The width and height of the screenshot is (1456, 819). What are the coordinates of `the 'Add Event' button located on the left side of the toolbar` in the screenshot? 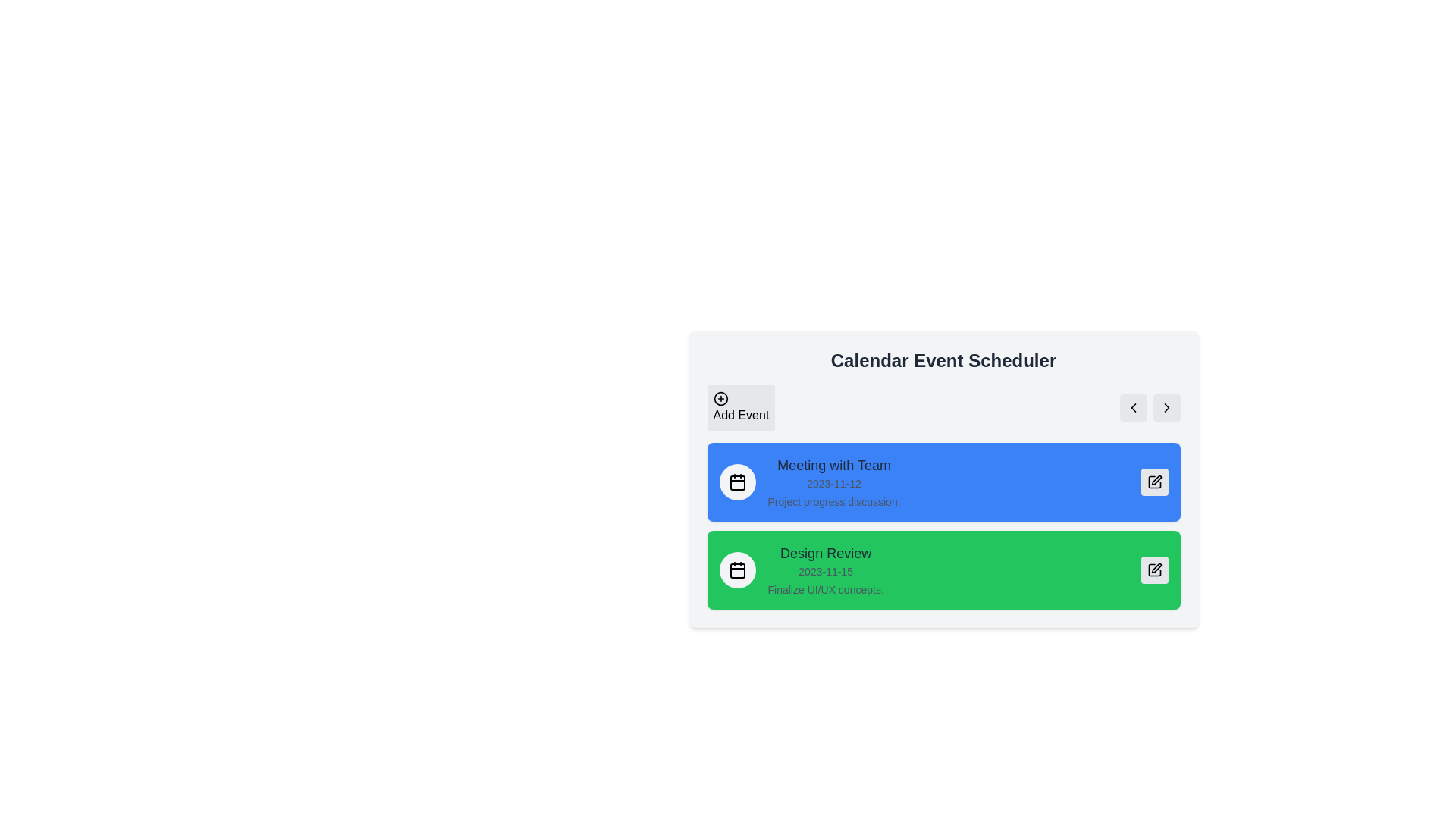 It's located at (741, 406).